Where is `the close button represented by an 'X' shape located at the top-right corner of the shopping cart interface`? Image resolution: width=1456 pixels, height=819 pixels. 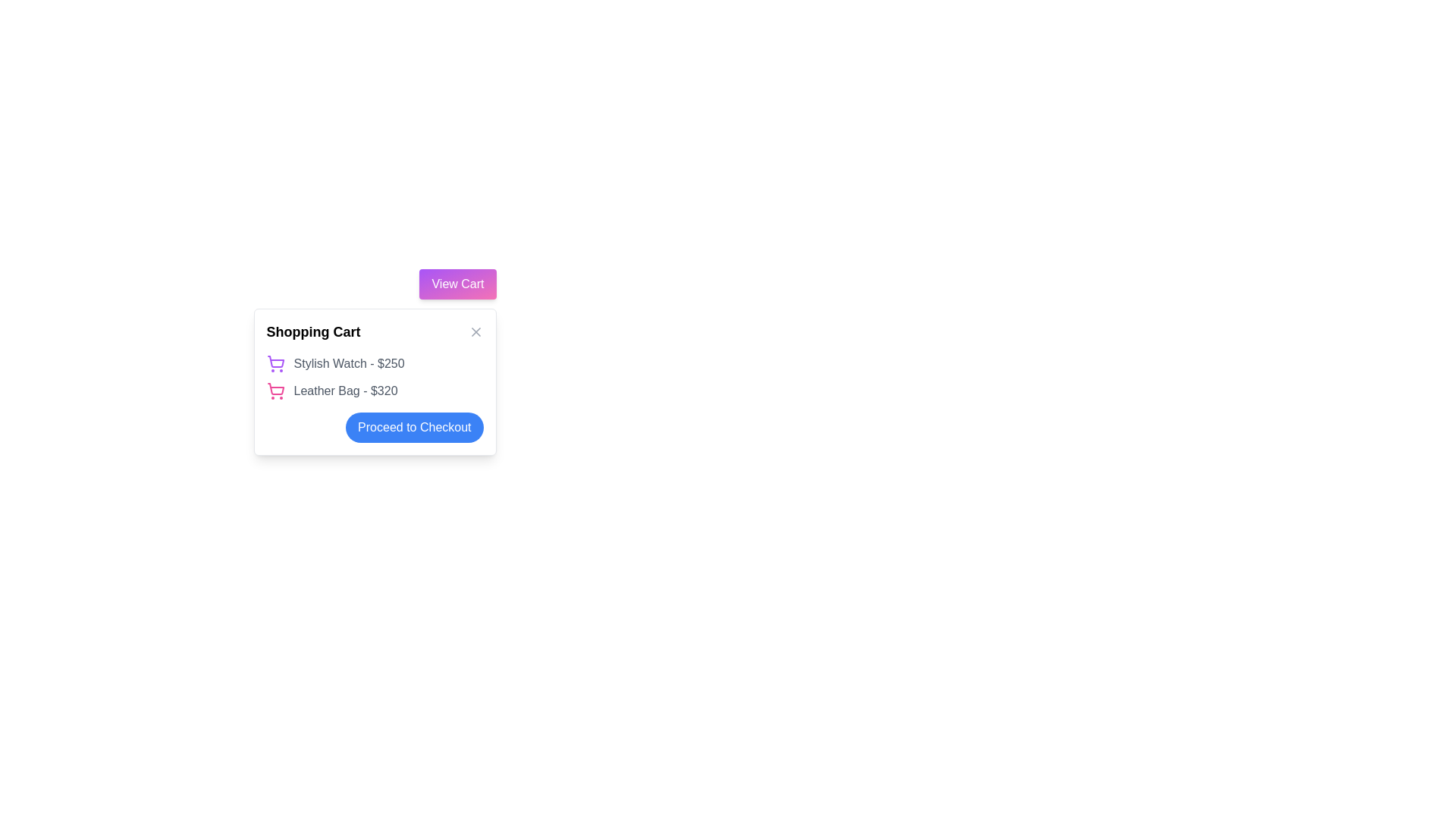
the close button represented by an 'X' shape located at the top-right corner of the shopping cart interface is located at coordinates (475, 331).